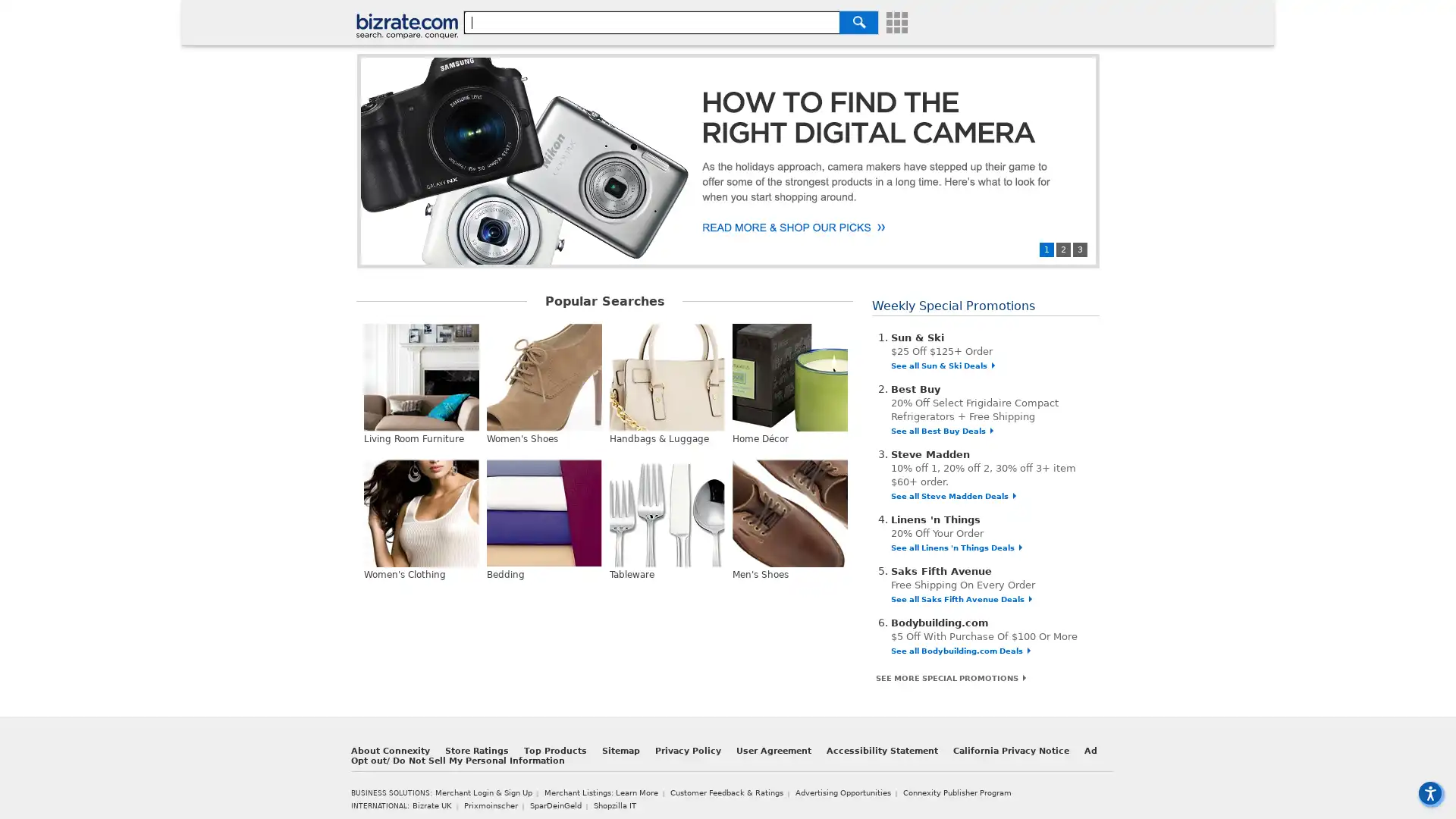 The image size is (1456, 819). What do you see at coordinates (1429, 792) in the screenshot?
I see `Open accessibility options, statement and help` at bounding box center [1429, 792].